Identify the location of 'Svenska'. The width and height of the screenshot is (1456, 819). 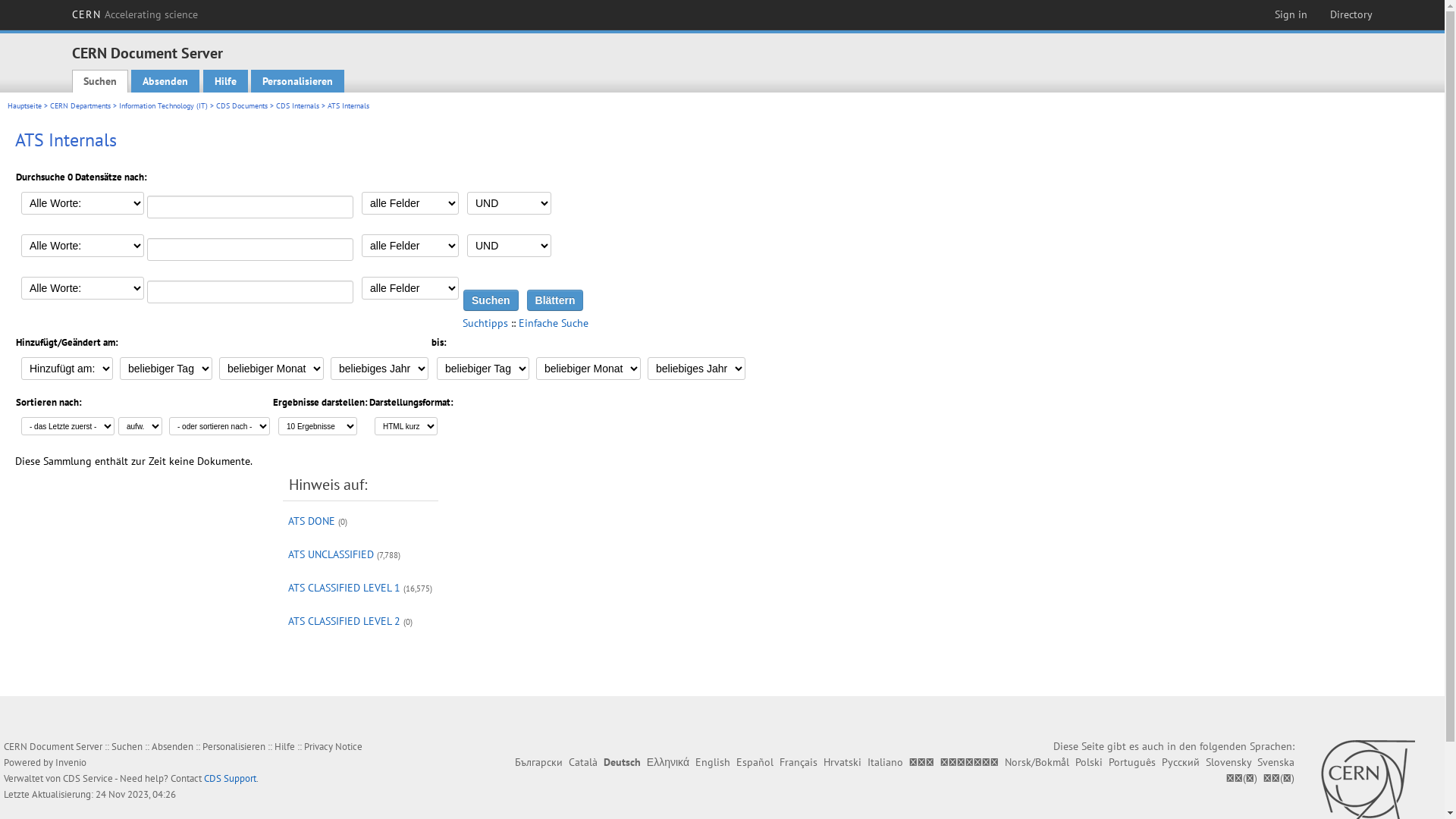
(1275, 762).